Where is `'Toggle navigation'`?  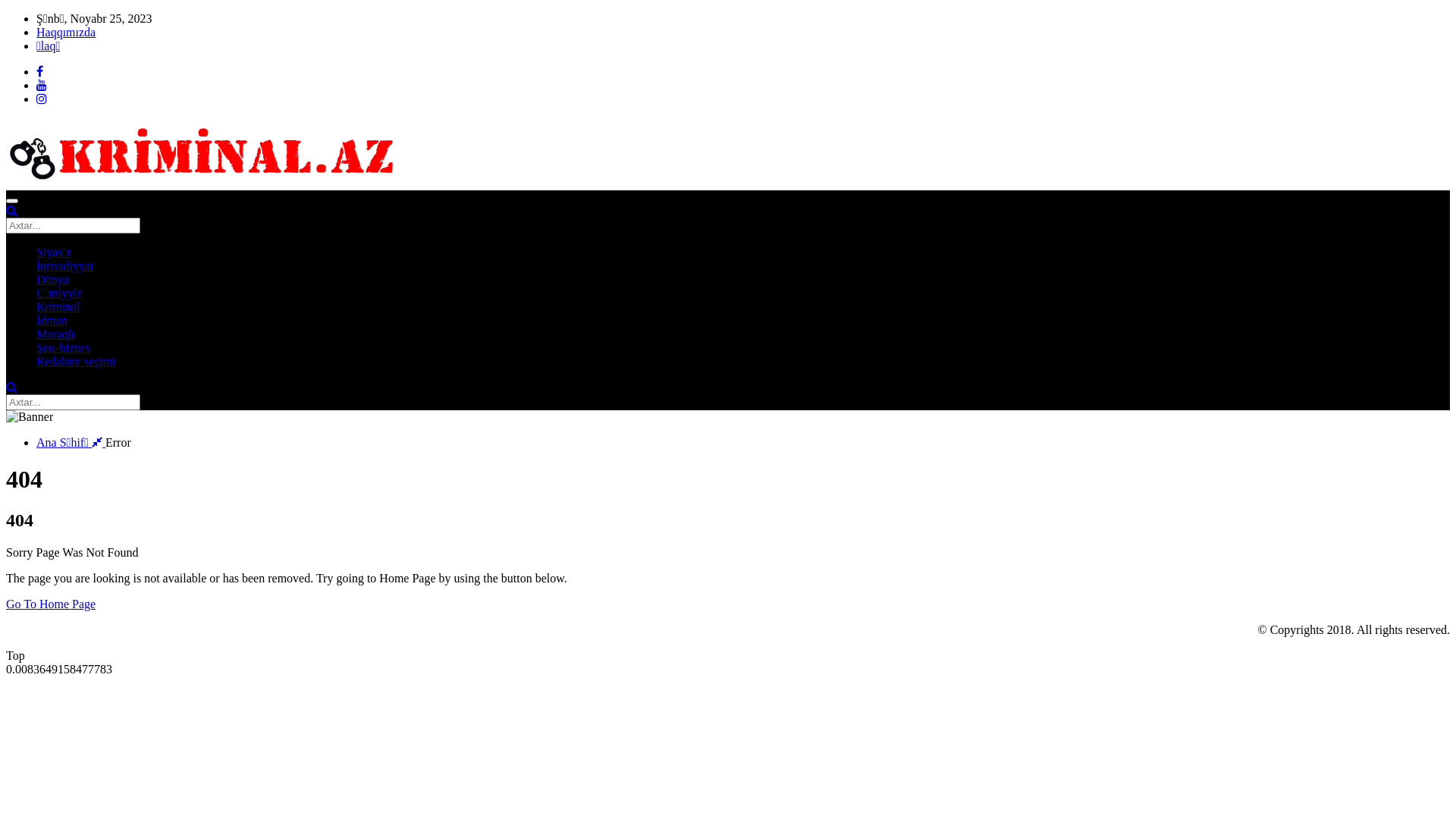 'Toggle navigation' is located at coordinates (11, 200).